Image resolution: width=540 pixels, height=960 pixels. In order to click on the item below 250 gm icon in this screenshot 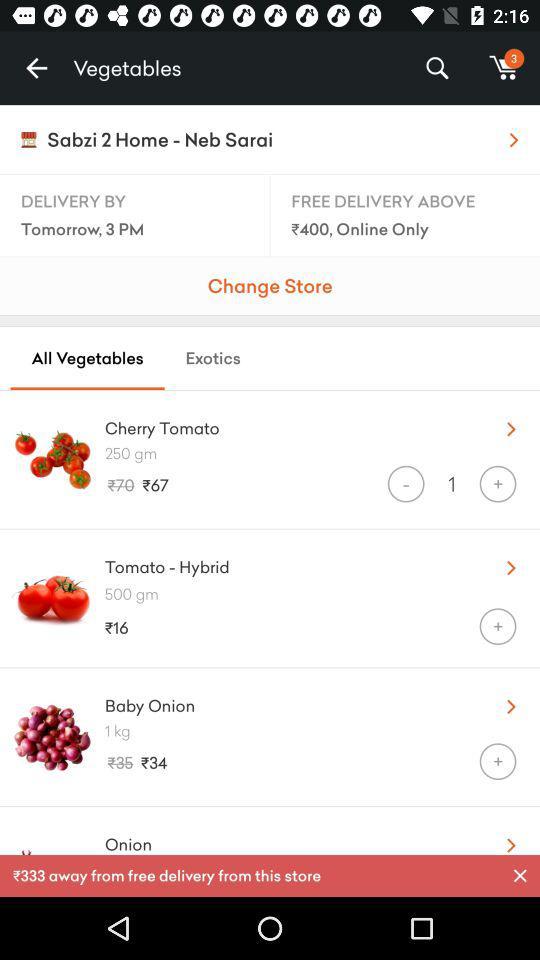, I will do `click(405, 483)`.